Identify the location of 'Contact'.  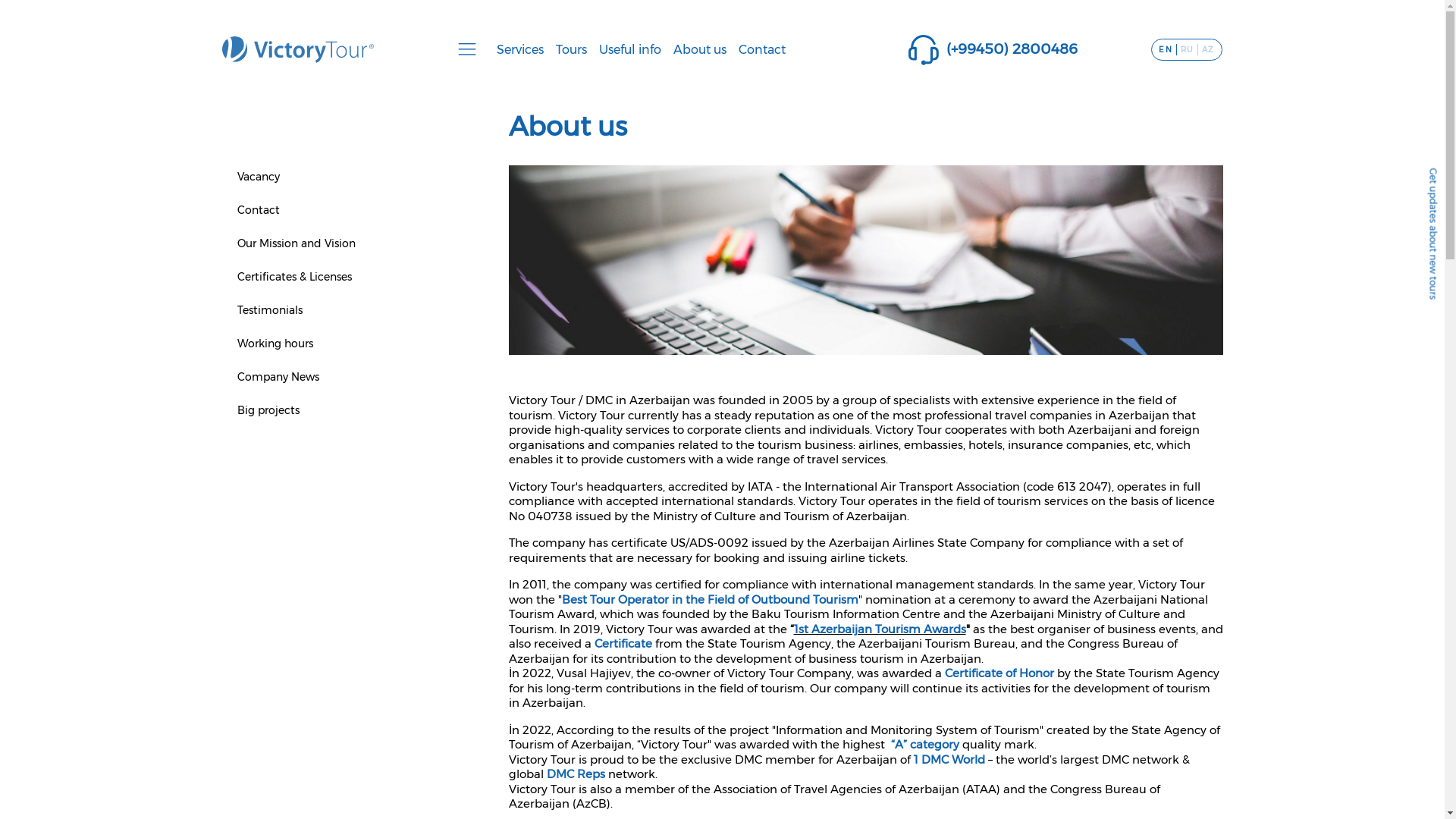
(258, 210).